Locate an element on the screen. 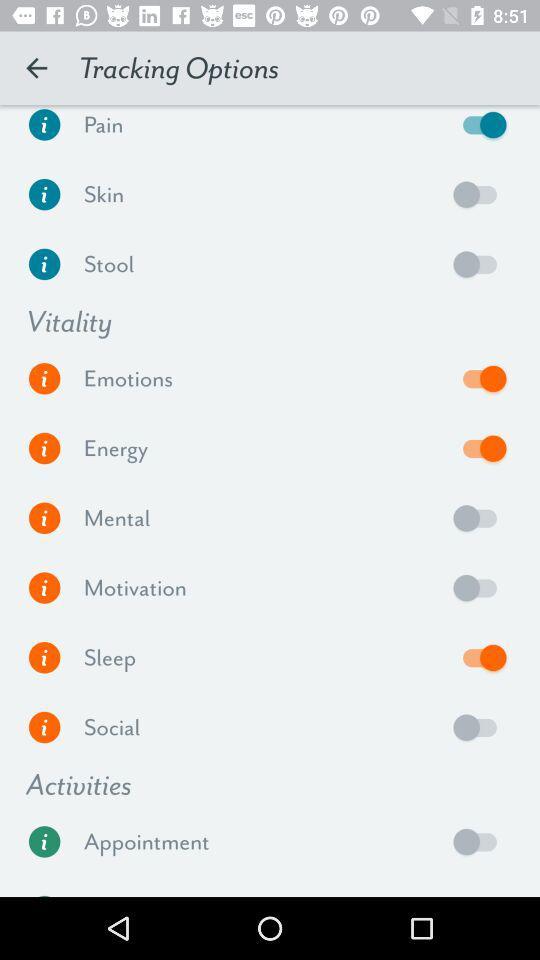  more info is located at coordinates (44, 263).